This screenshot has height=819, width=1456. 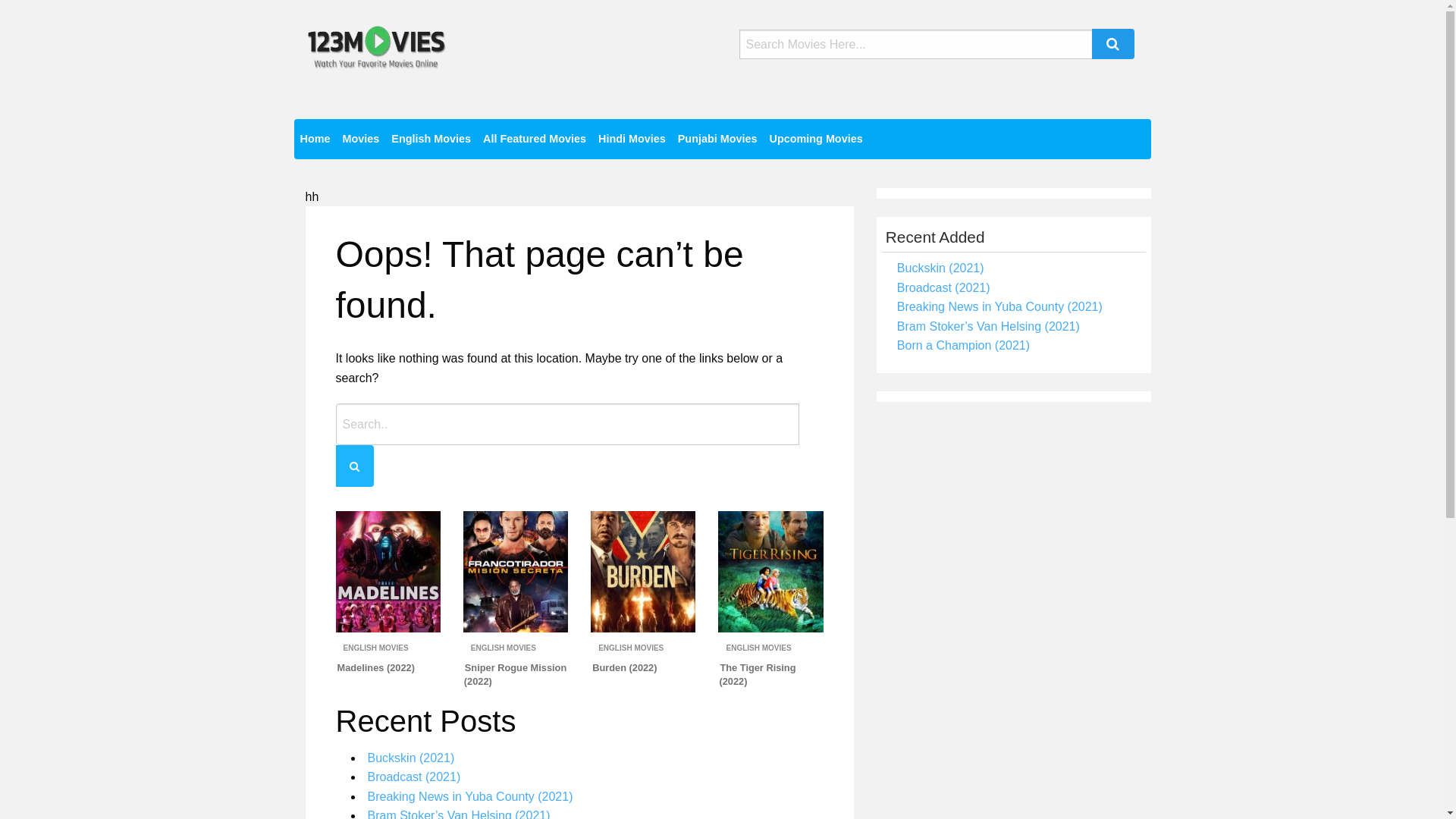 What do you see at coordinates (630, 648) in the screenshot?
I see `'ENGLISH MOVIES'` at bounding box center [630, 648].